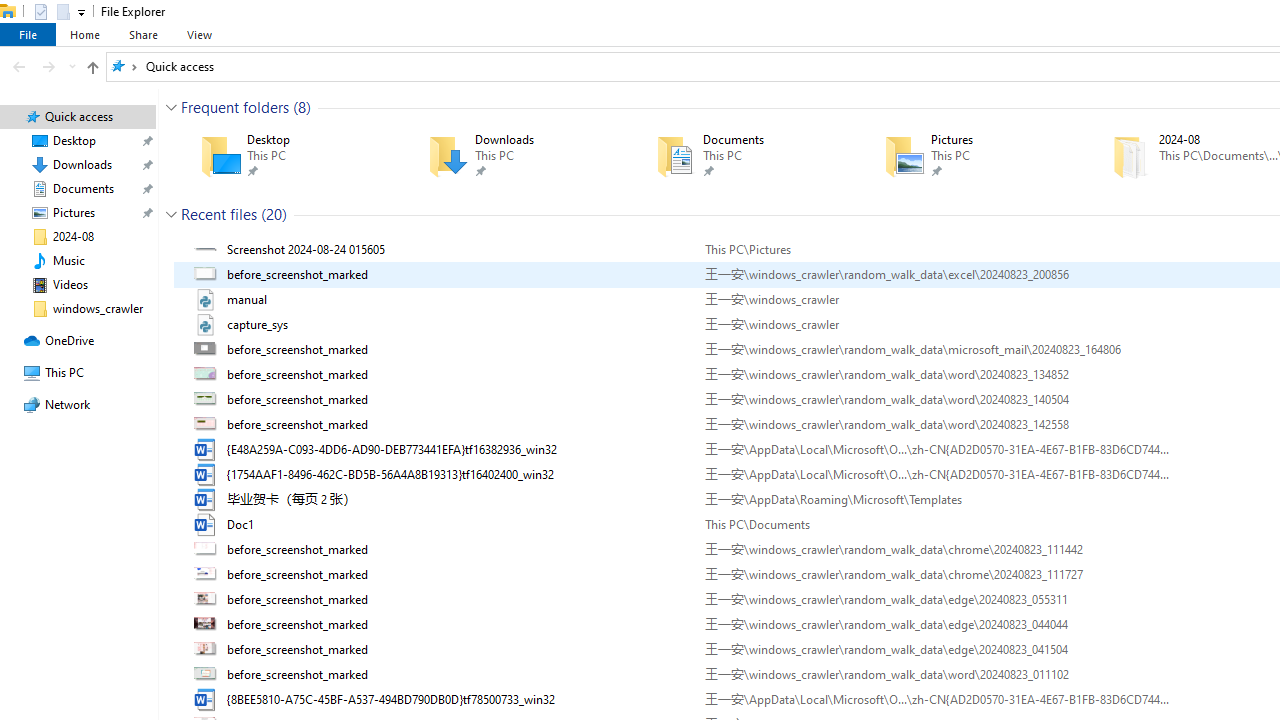  What do you see at coordinates (179, 65) in the screenshot?
I see `'Quick access'` at bounding box center [179, 65].